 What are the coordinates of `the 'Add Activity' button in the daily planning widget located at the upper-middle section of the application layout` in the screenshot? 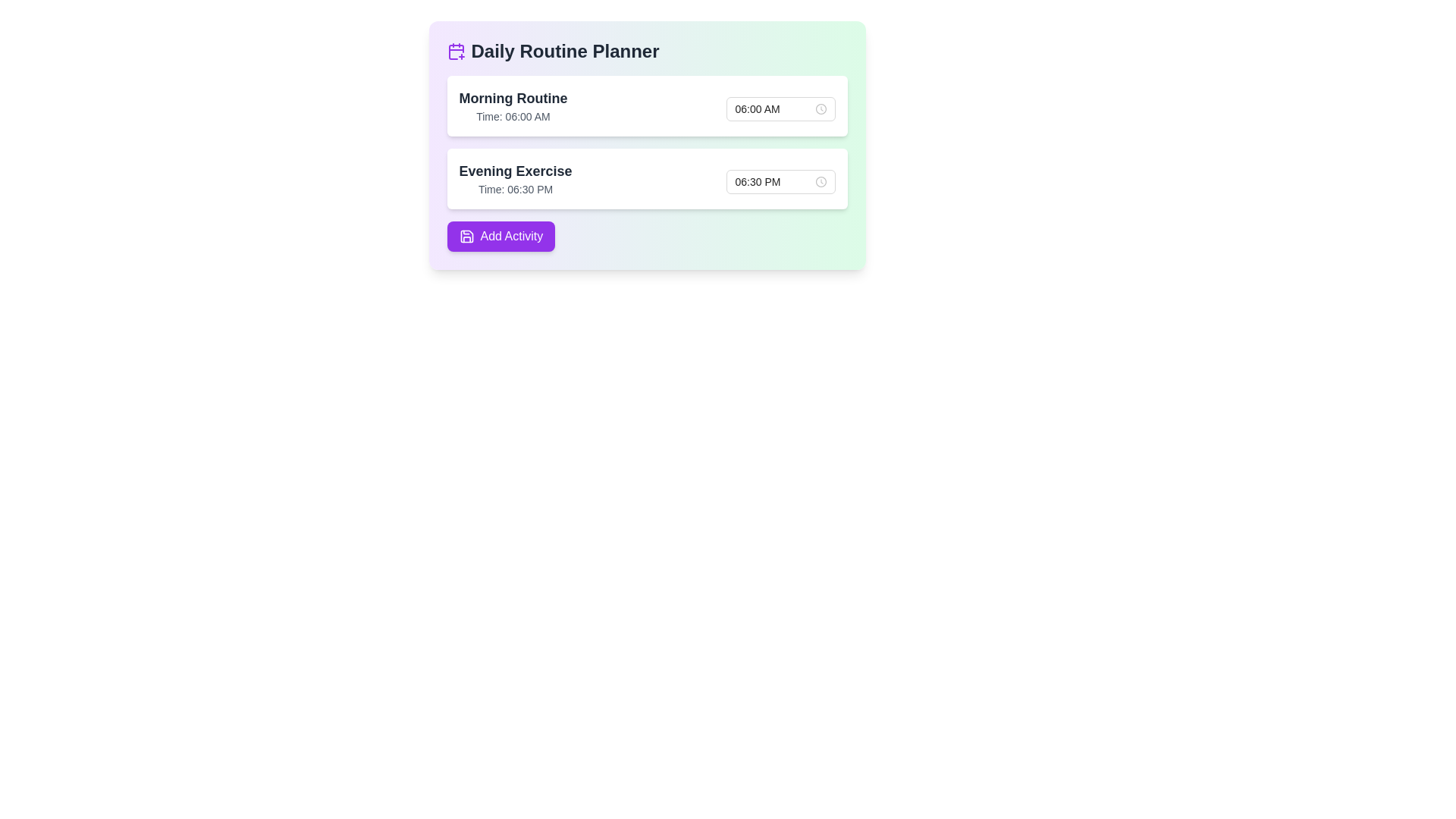 It's located at (647, 146).